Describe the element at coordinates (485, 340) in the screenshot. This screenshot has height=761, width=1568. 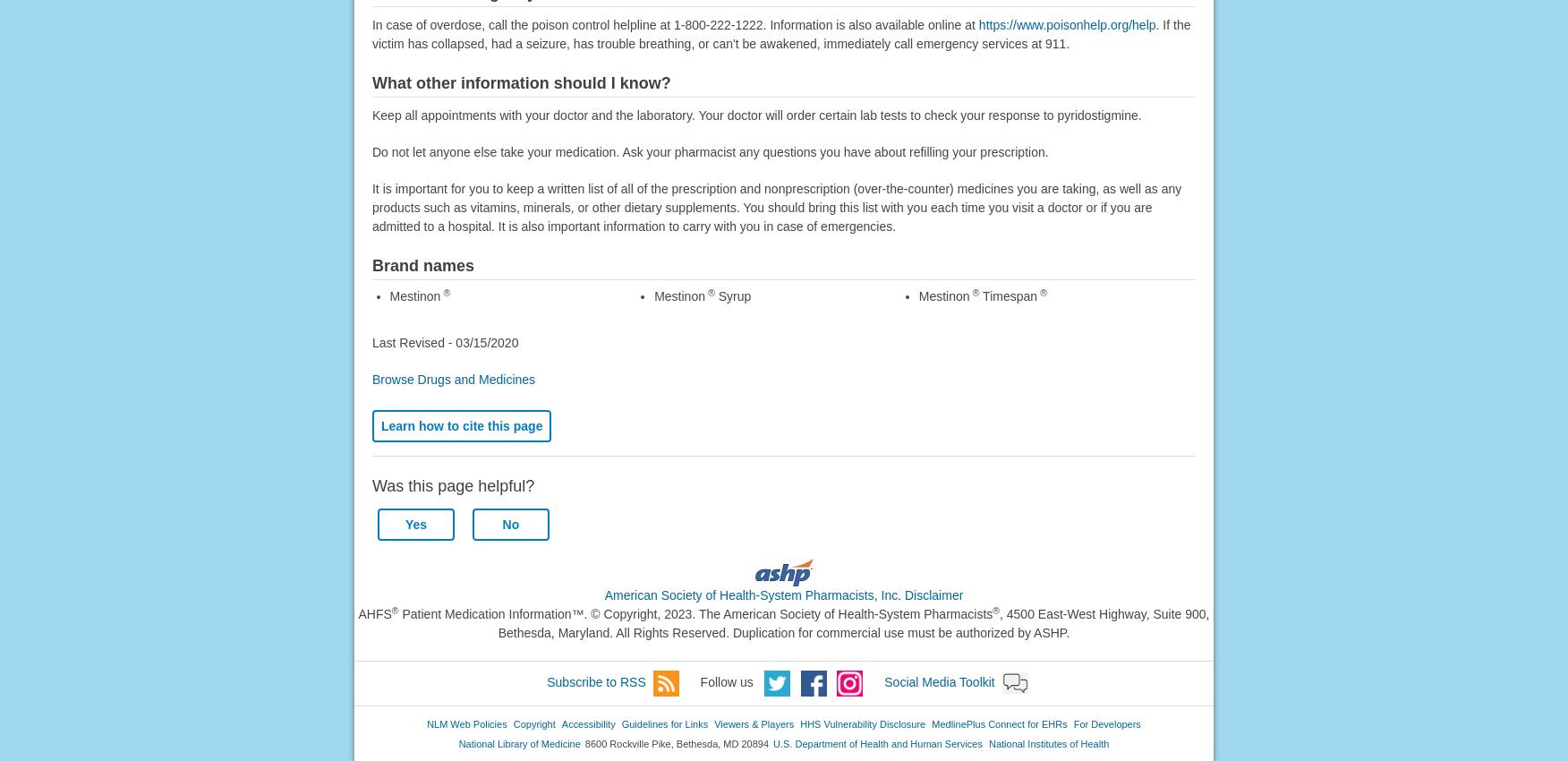
I see `'03/15/2020'` at that location.